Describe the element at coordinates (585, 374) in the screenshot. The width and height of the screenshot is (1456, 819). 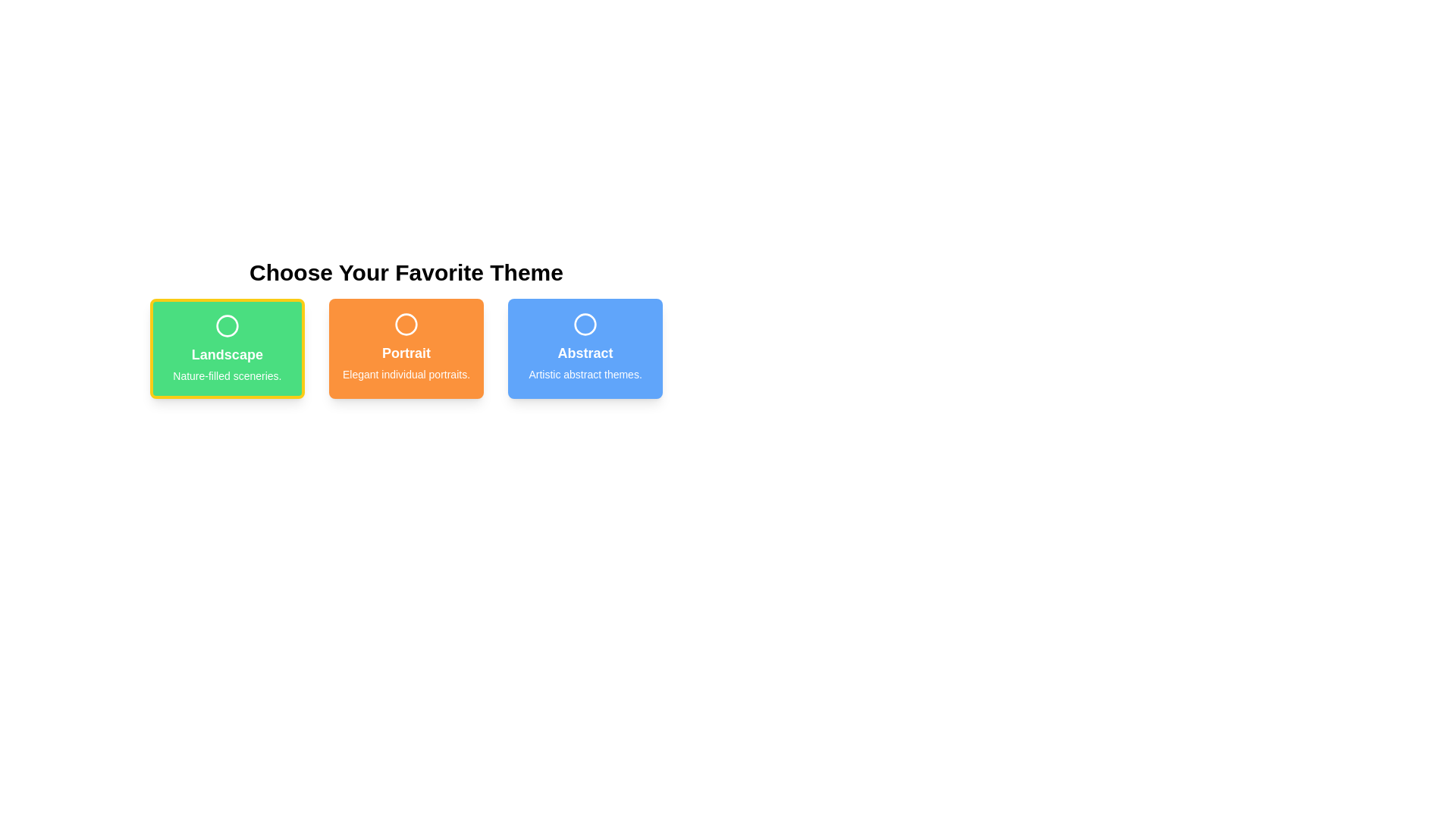
I see `the text element that provides a description or subtitle for the card labeled 'Abstract' located at the bottom section of the third card in a horizontal list` at that location.